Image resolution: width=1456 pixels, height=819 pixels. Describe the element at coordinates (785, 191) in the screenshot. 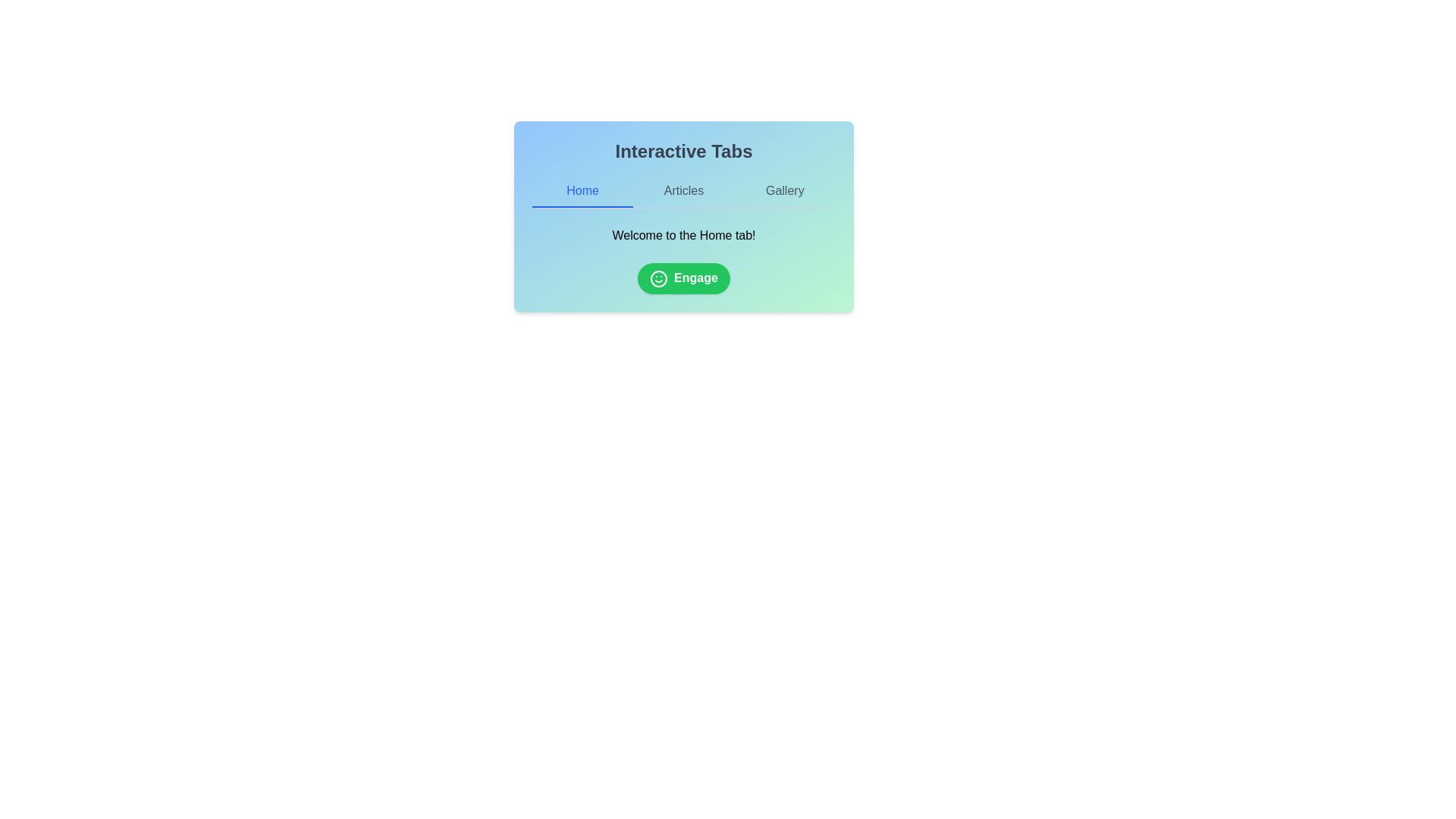

I see `the 'Gallery' text-based navigation tab, which is the third item in the horizontal navigation bar at the top of the card interface, located to the right of 'Articles' and to the far right of 'Home'` at that location.